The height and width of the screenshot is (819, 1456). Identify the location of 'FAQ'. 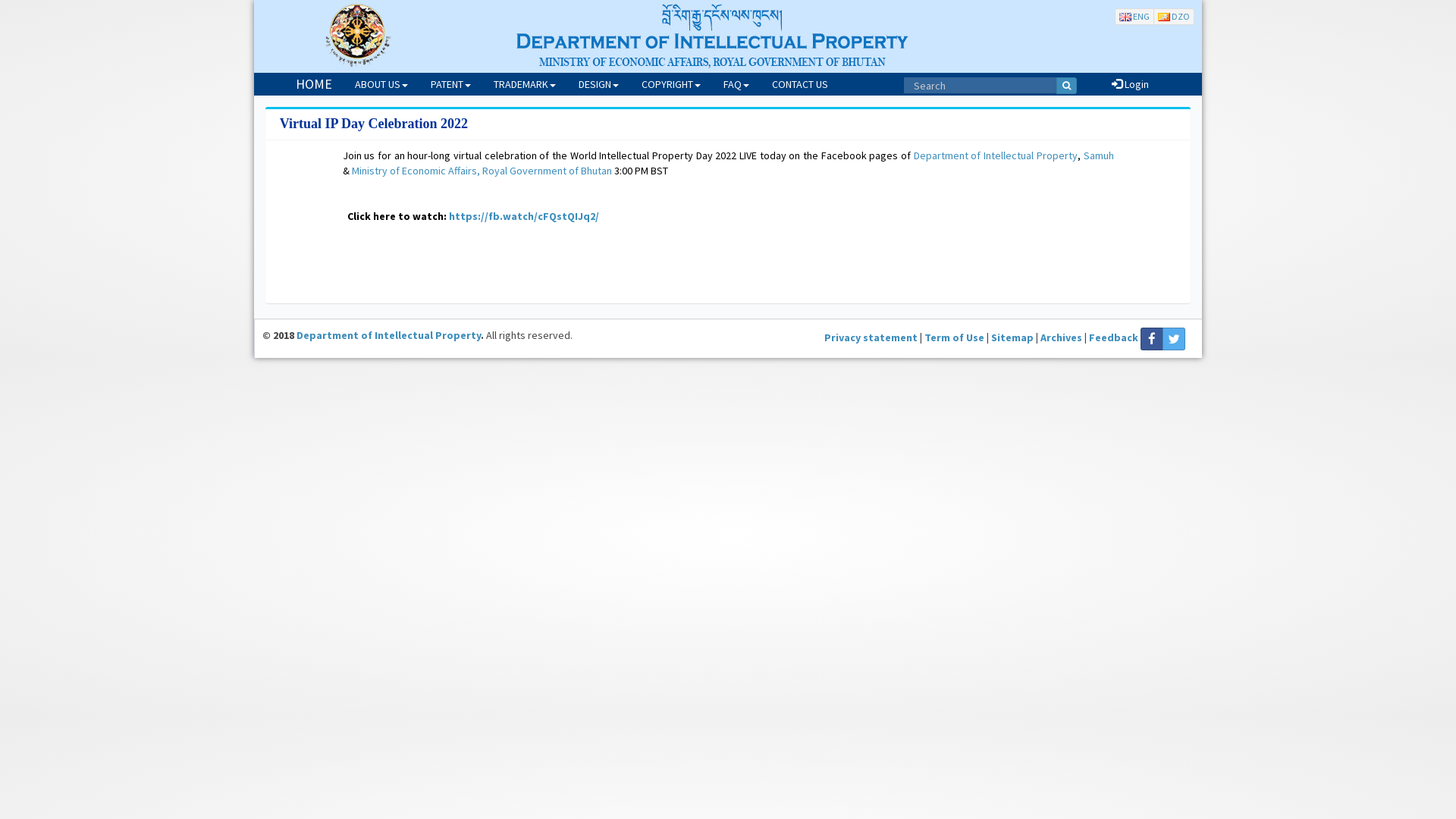
(736, 84).